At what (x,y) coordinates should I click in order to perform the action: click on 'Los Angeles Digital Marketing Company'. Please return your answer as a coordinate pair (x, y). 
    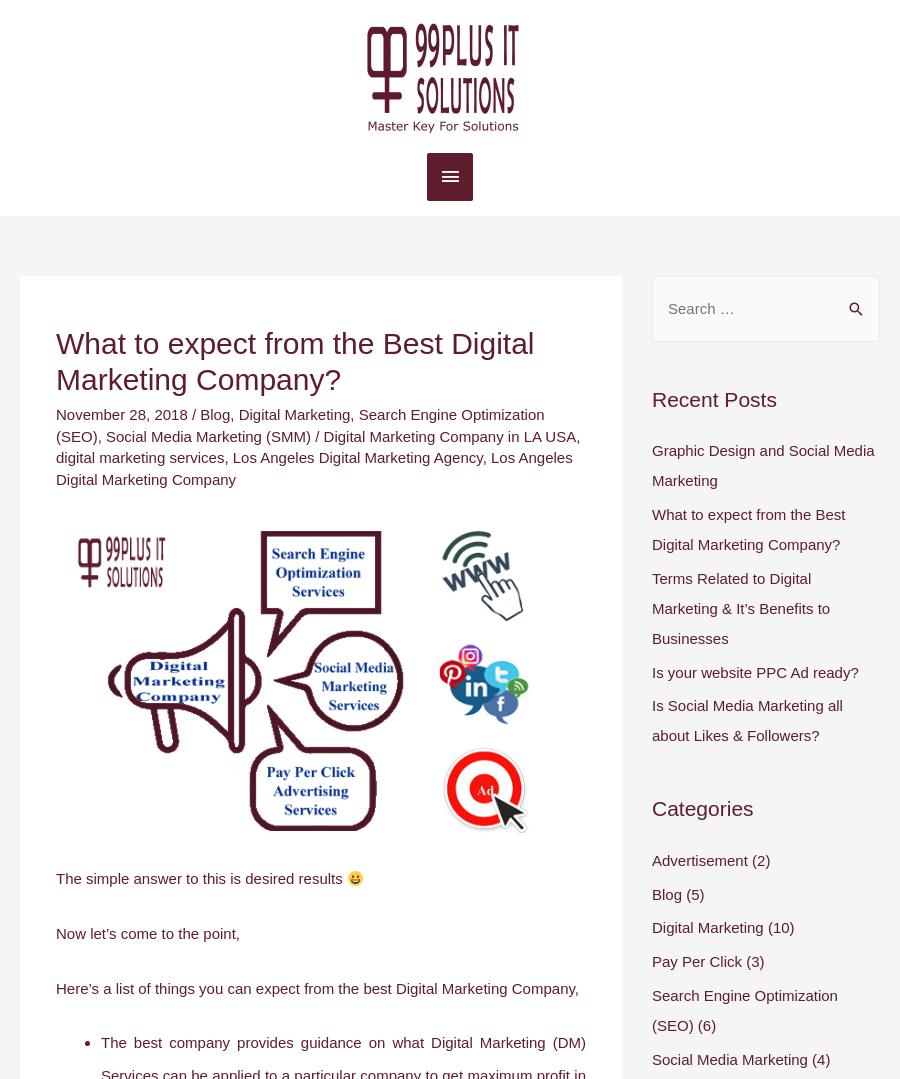
    Looking at the image, I should click on (313, 467).